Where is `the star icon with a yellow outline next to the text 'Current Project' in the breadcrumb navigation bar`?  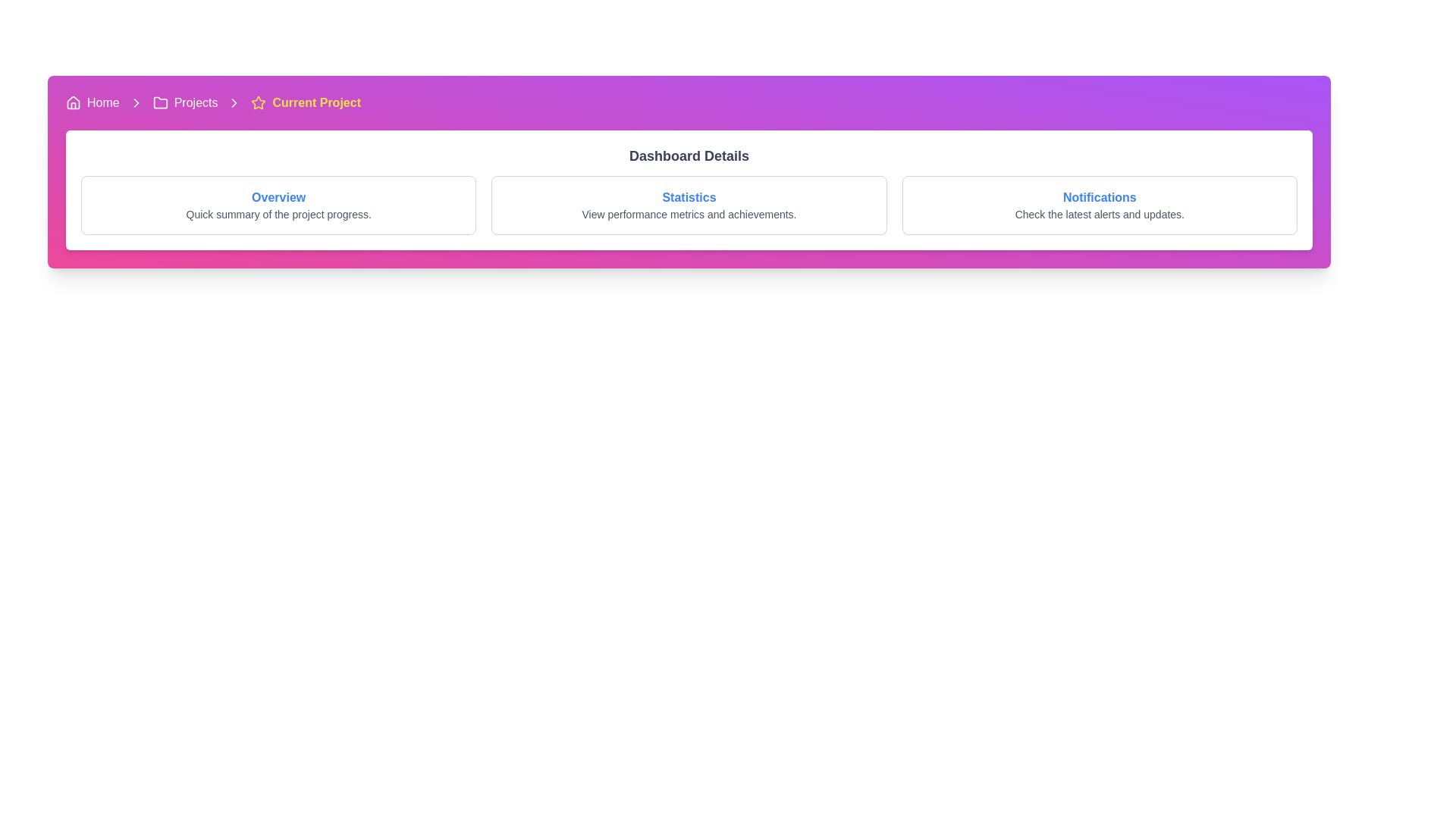
the star icon with a yellow outline next to the text 'Current Project' in the breadcrumb navigation bar is located at coordinates (259, 102).